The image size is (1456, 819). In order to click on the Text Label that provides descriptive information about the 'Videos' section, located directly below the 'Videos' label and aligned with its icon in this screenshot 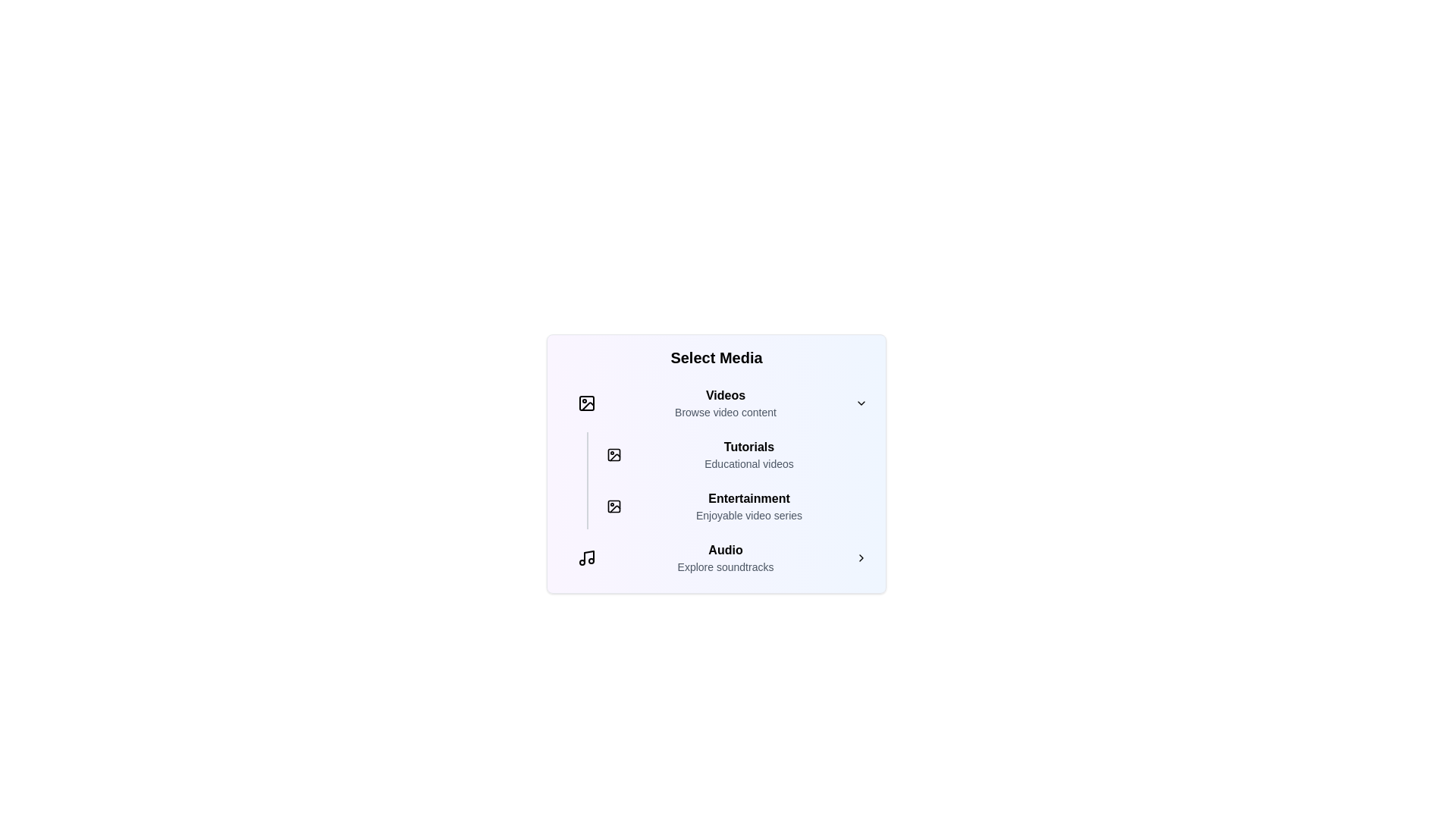, I will do `click(724, 412)`.